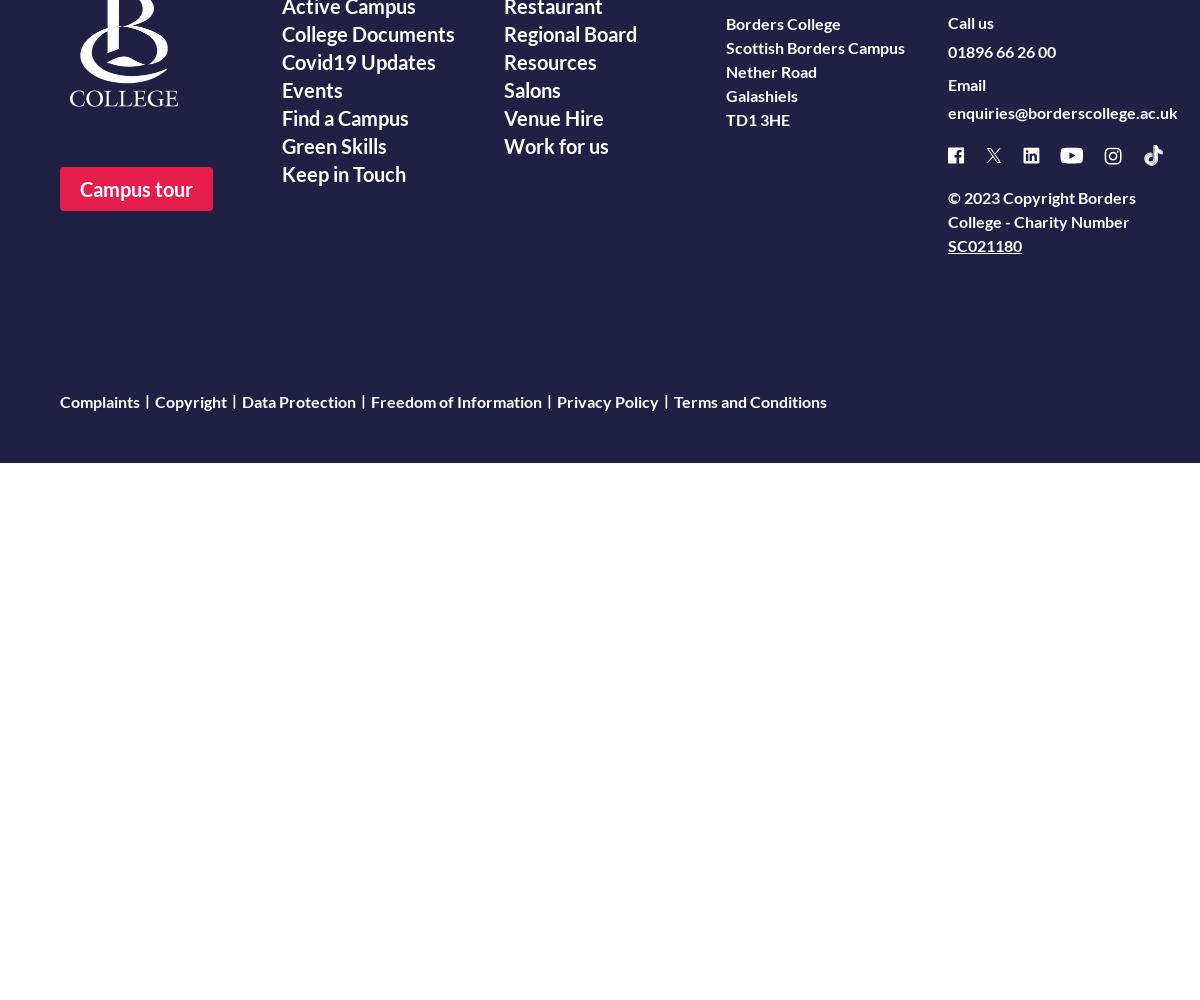 This screenshot has height=1000, width=1200. What do you see at coordinates (345, 117) in the screenshot?
I see `'Find a Campus'` at bounding box center [345, 117].